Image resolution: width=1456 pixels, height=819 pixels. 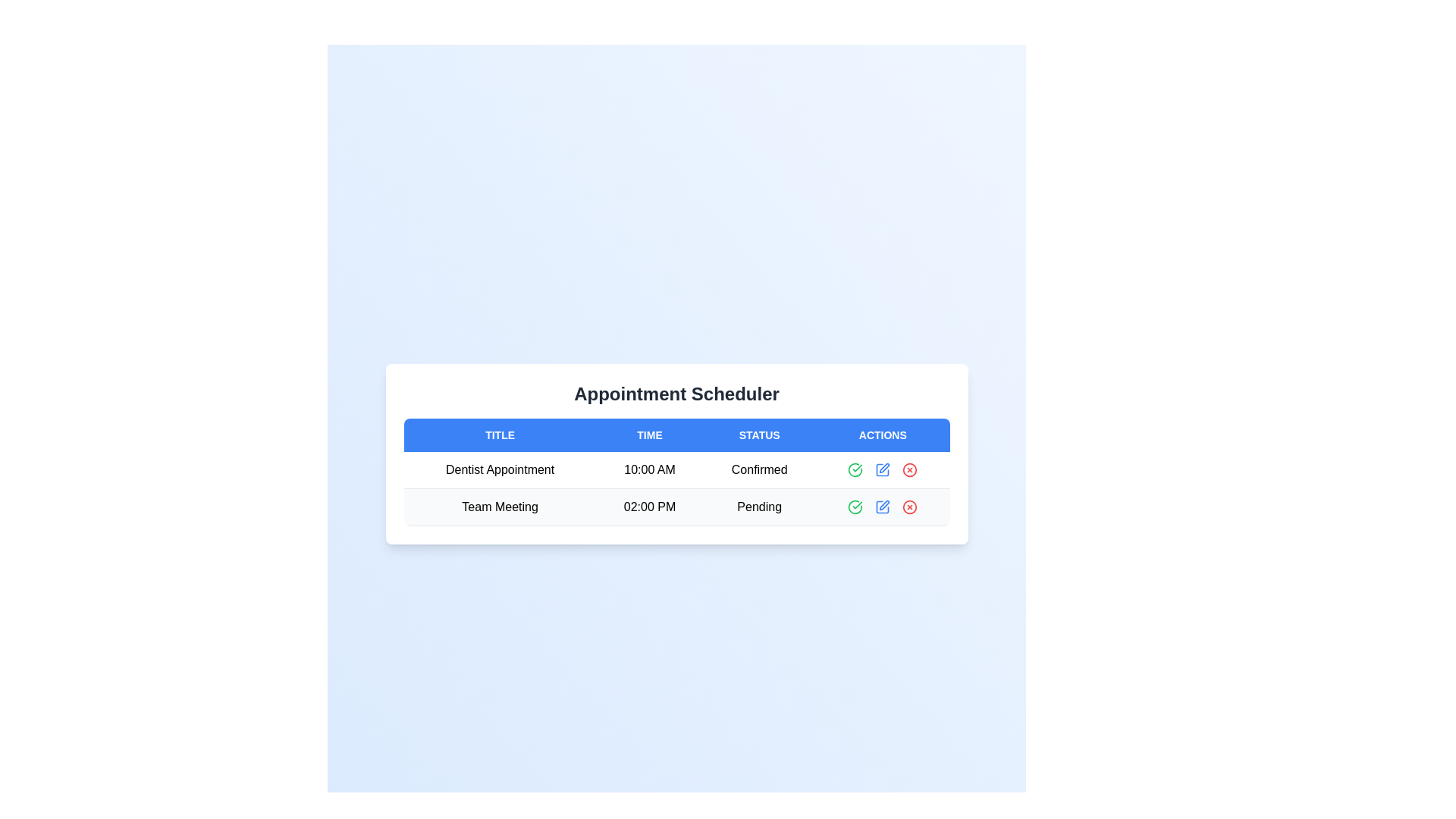 What do you see at coordinates (910, 469) in the screenshot?
I see `the SVG Circle Icon representing a delete or cancel action located in the 'Actions' column of the first row under 'Appointment Scheduler'` at bounding box center [910, 469].